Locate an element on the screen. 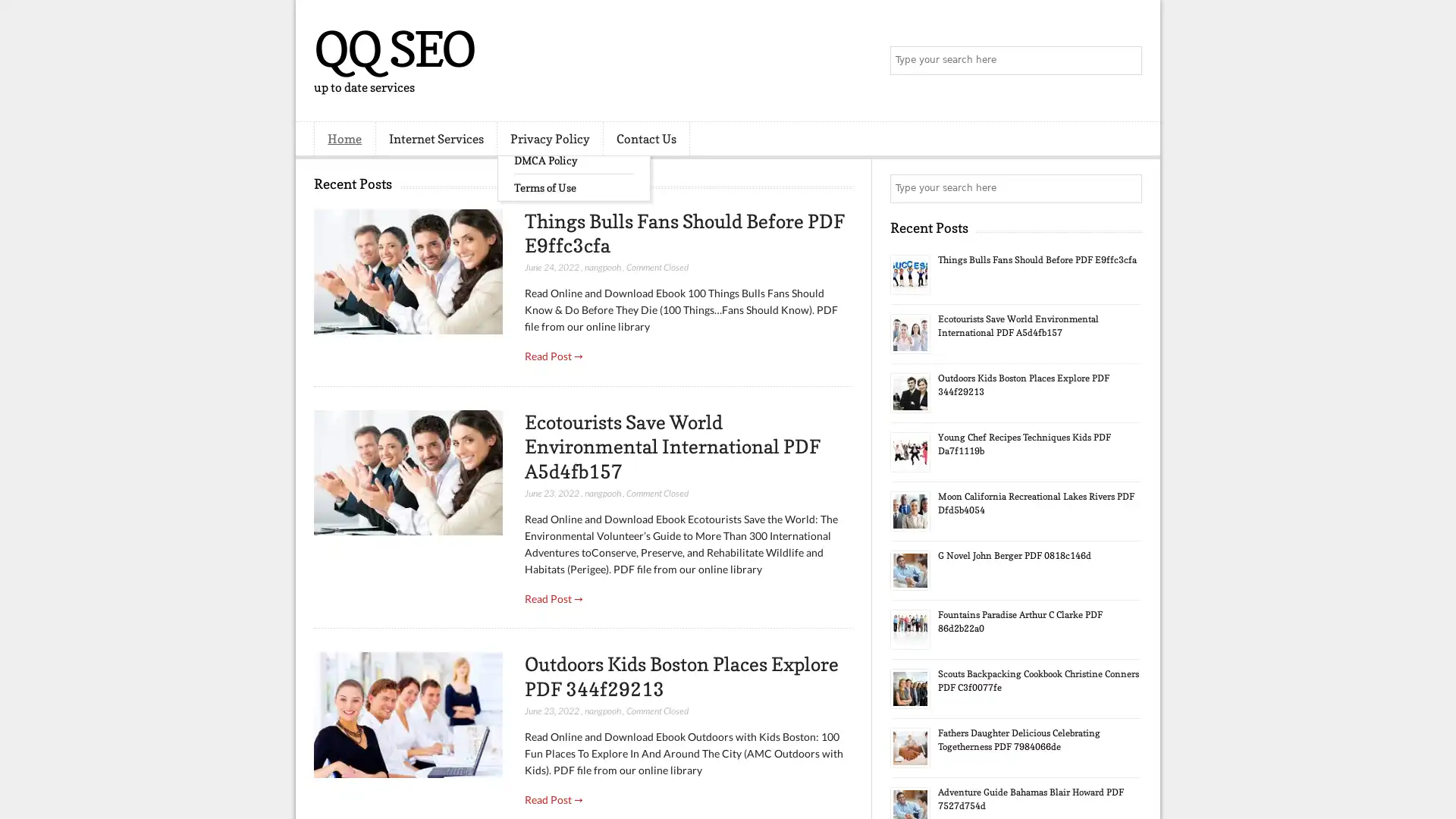 The width and height of the screenshot is (1456, 819). Search is located at coordinates (1126, 188).